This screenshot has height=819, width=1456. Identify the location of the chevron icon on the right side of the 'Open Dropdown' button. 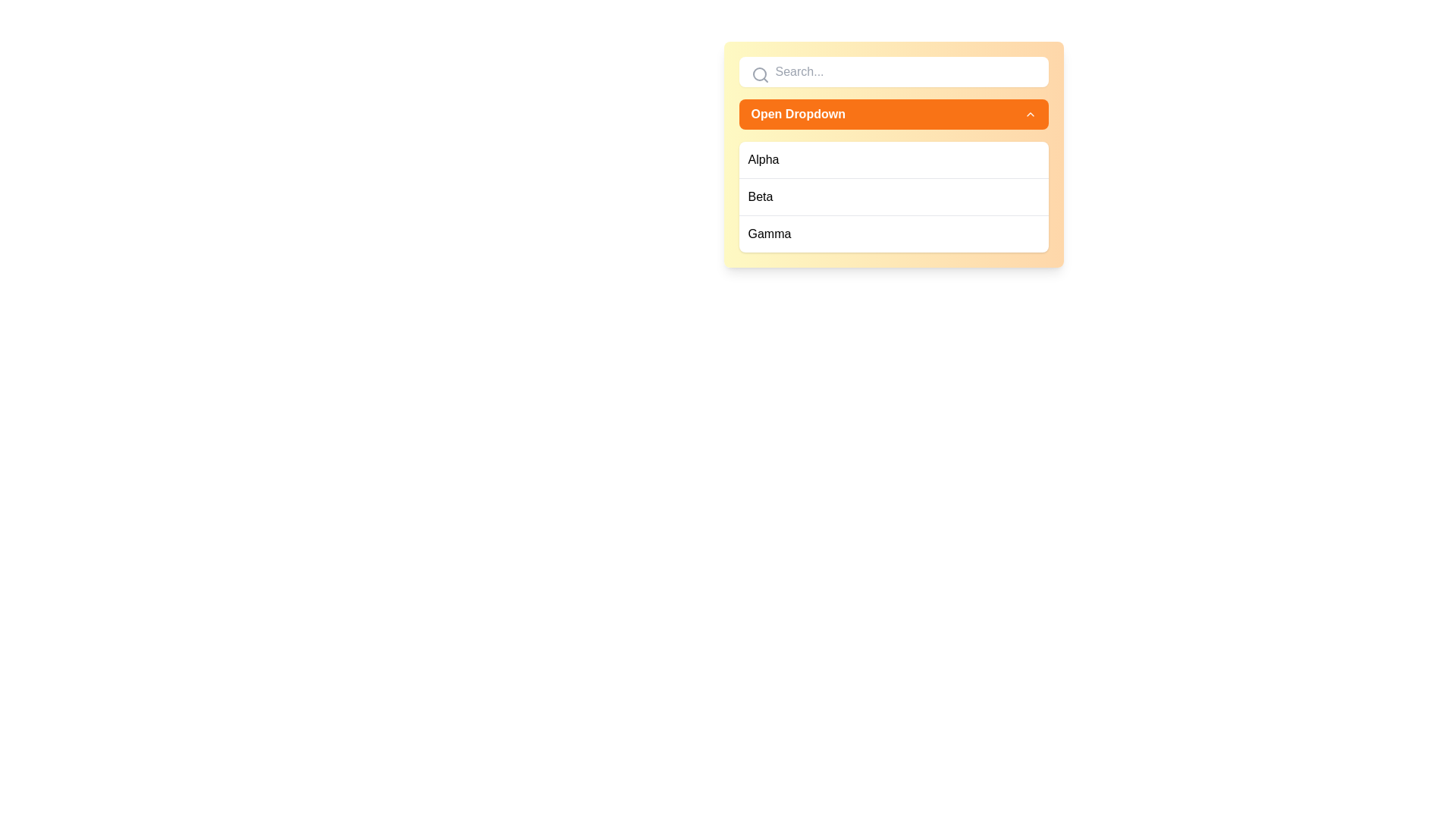
(1030, 113).